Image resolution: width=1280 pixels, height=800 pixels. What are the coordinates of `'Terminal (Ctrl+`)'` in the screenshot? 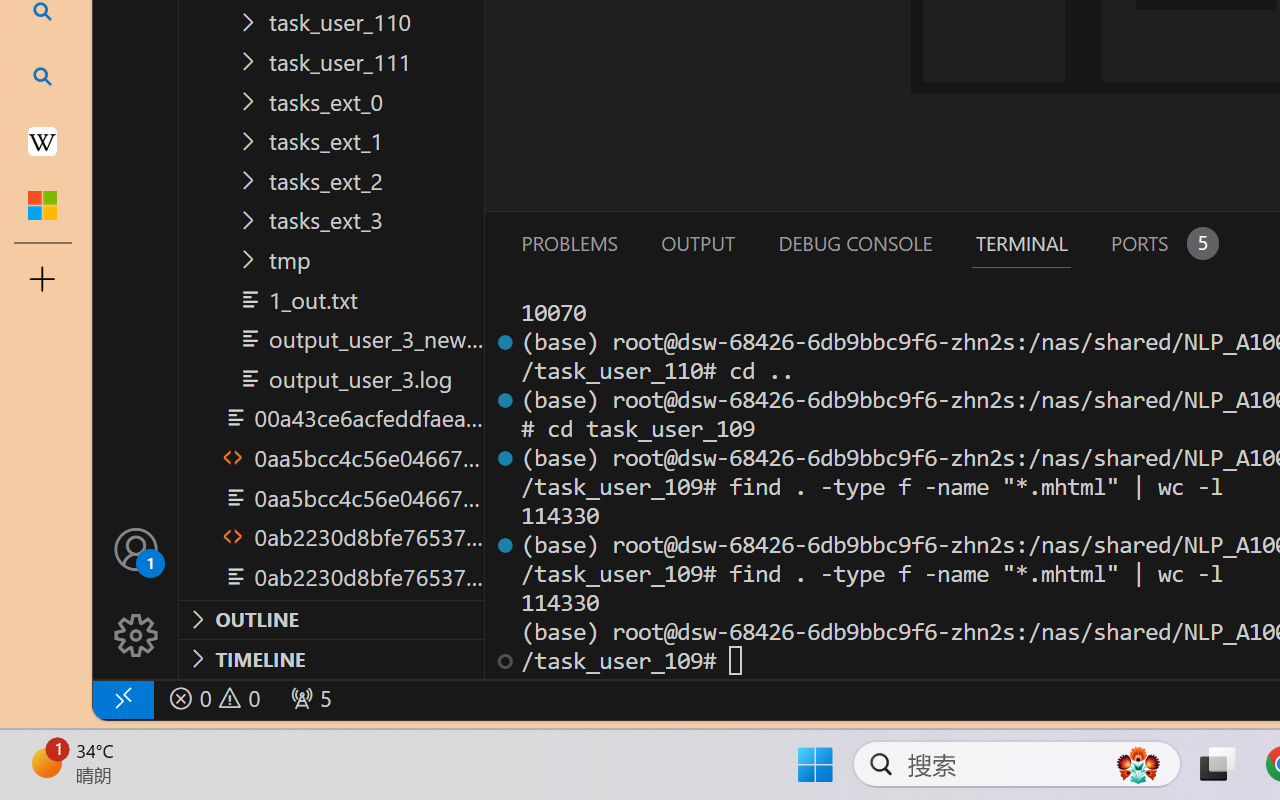 It's located at (1021, 242).